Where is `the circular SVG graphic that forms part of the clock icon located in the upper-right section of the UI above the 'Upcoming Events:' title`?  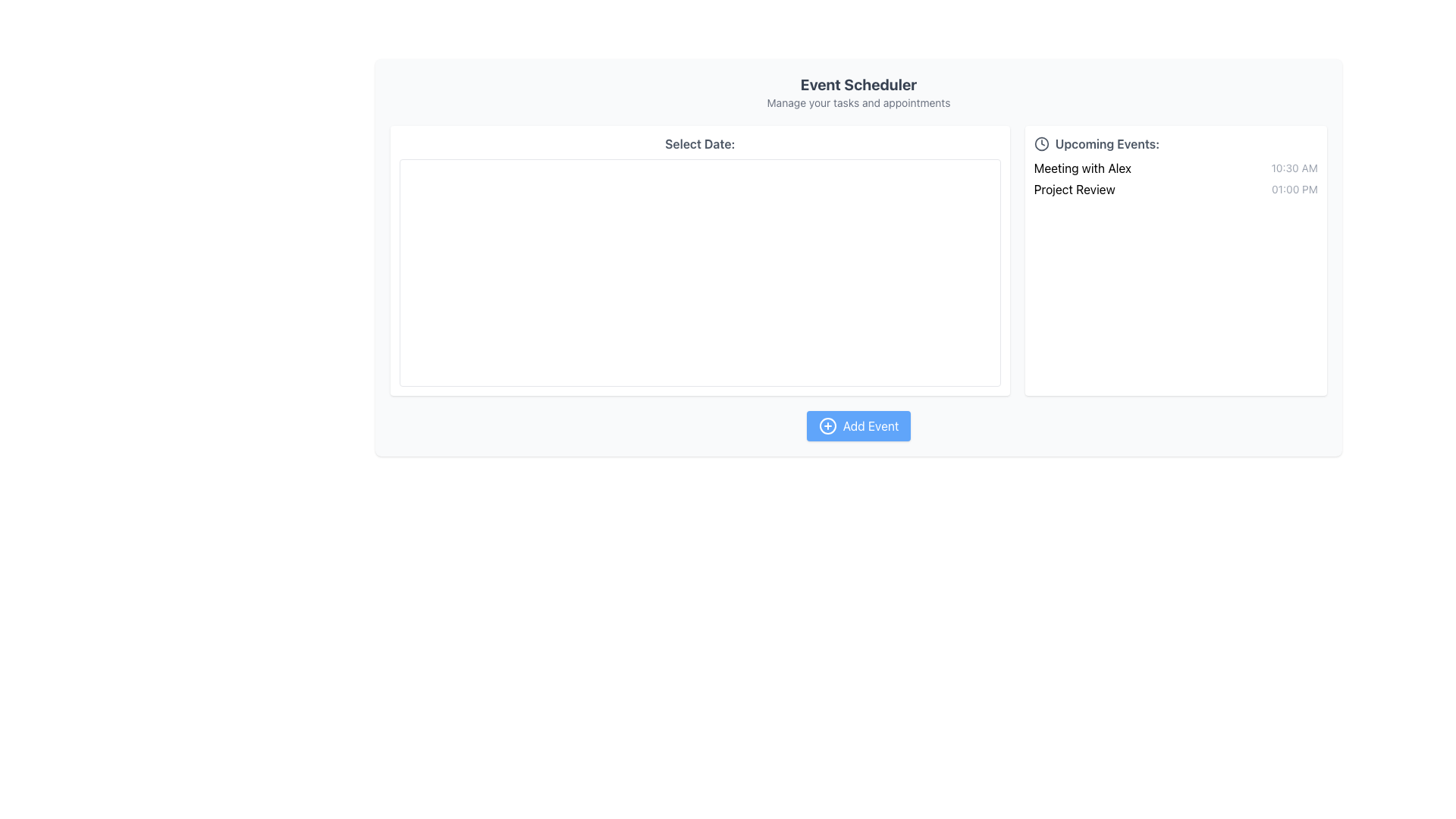
the circular SVG graphic that forms part of the clock icon located in the upper-right section of the UI above the 'Upcoming Events:' title is located at coordinates (1040, 143).